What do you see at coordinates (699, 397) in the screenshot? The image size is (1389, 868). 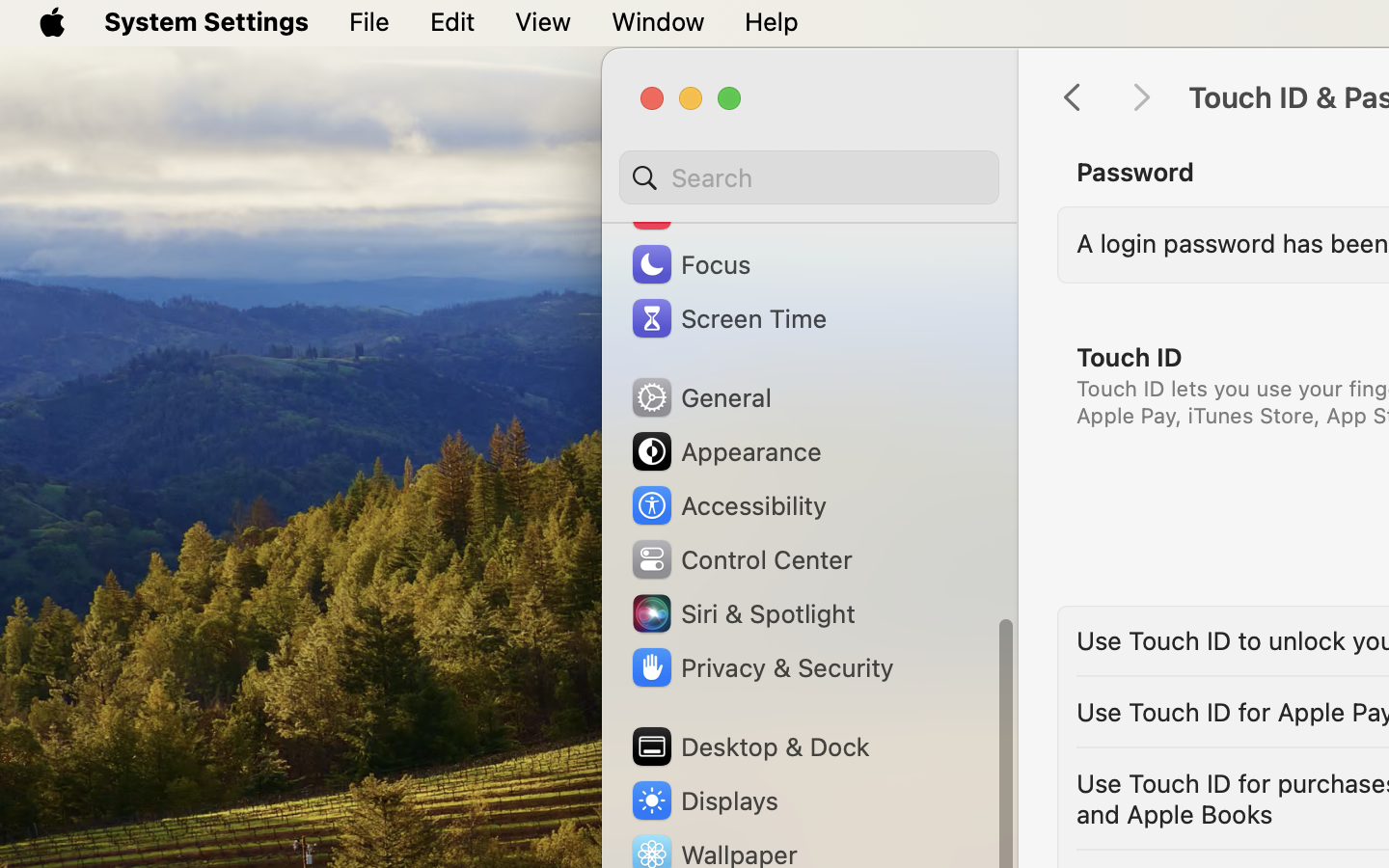 I see `'General'` at bounding box center [699, 397].